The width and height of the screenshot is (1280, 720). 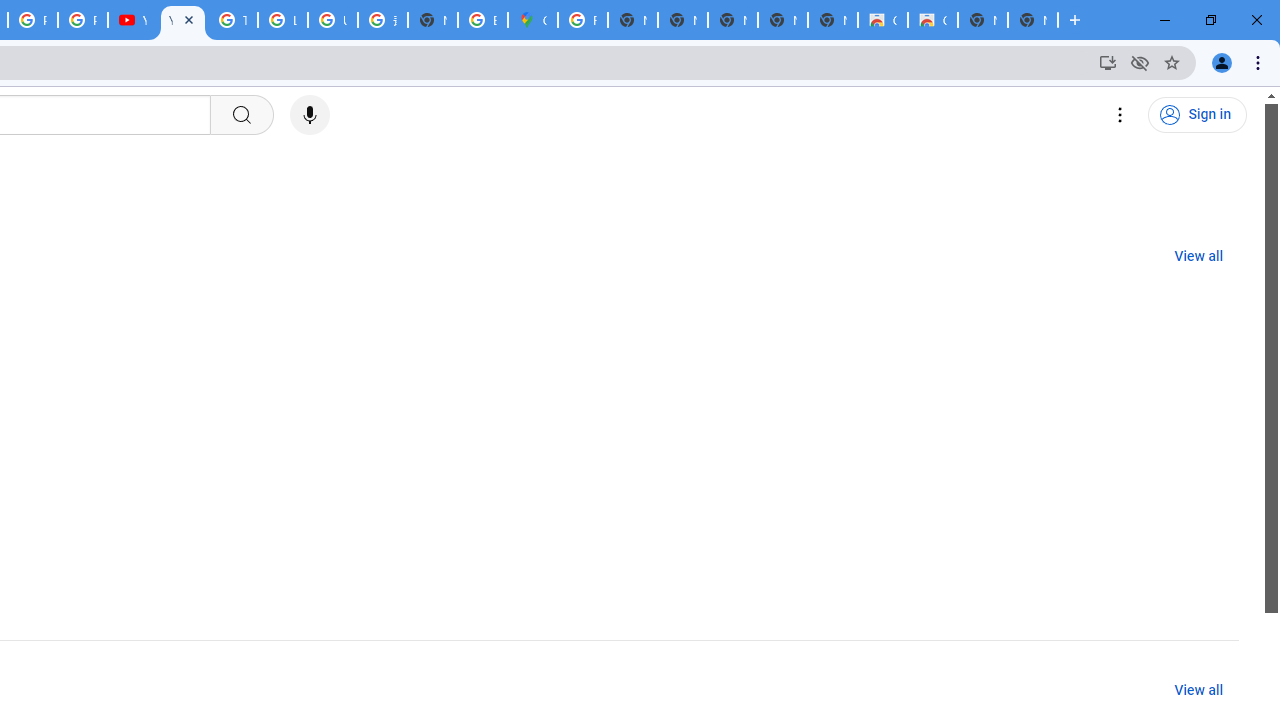 What do you see at coordinates (183, 20) in the screenshot?
I see `'YouTube'` at bounding box center [183, 20].